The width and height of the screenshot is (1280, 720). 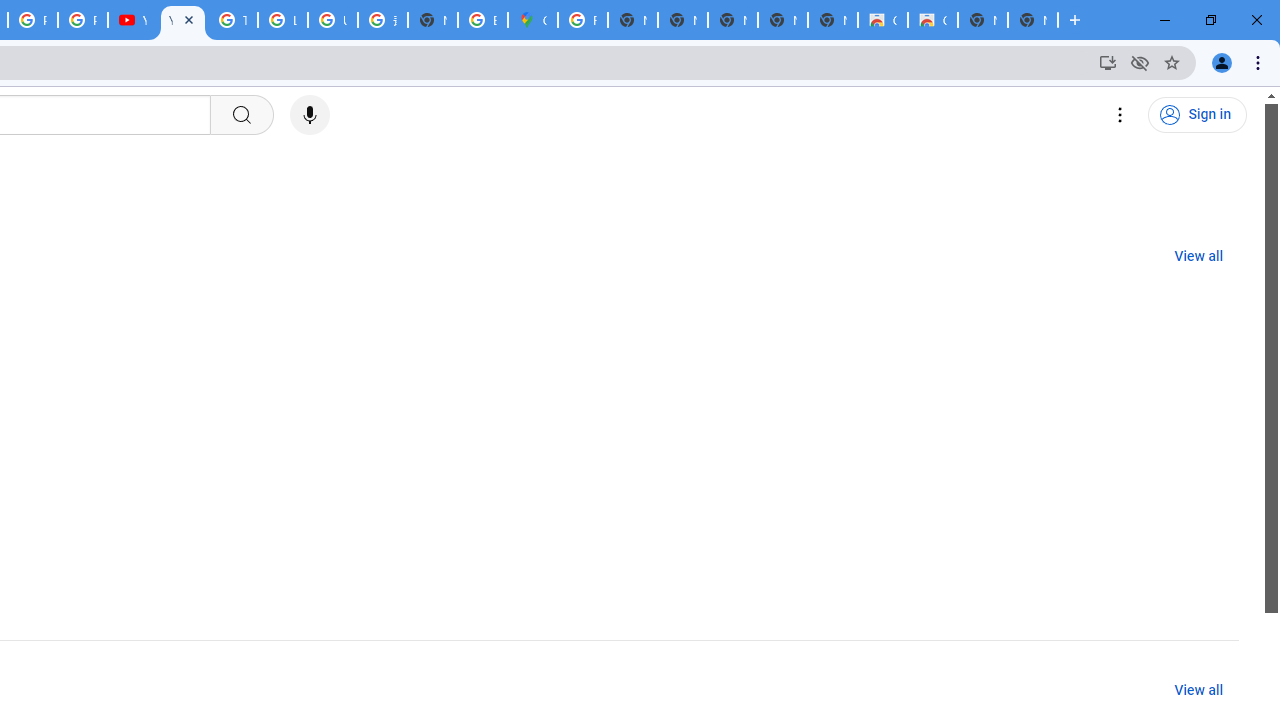 What do you see at coordinates (183, 20) in the screenshot?
I see `'YouTube'` at bounding box center [183, 20].